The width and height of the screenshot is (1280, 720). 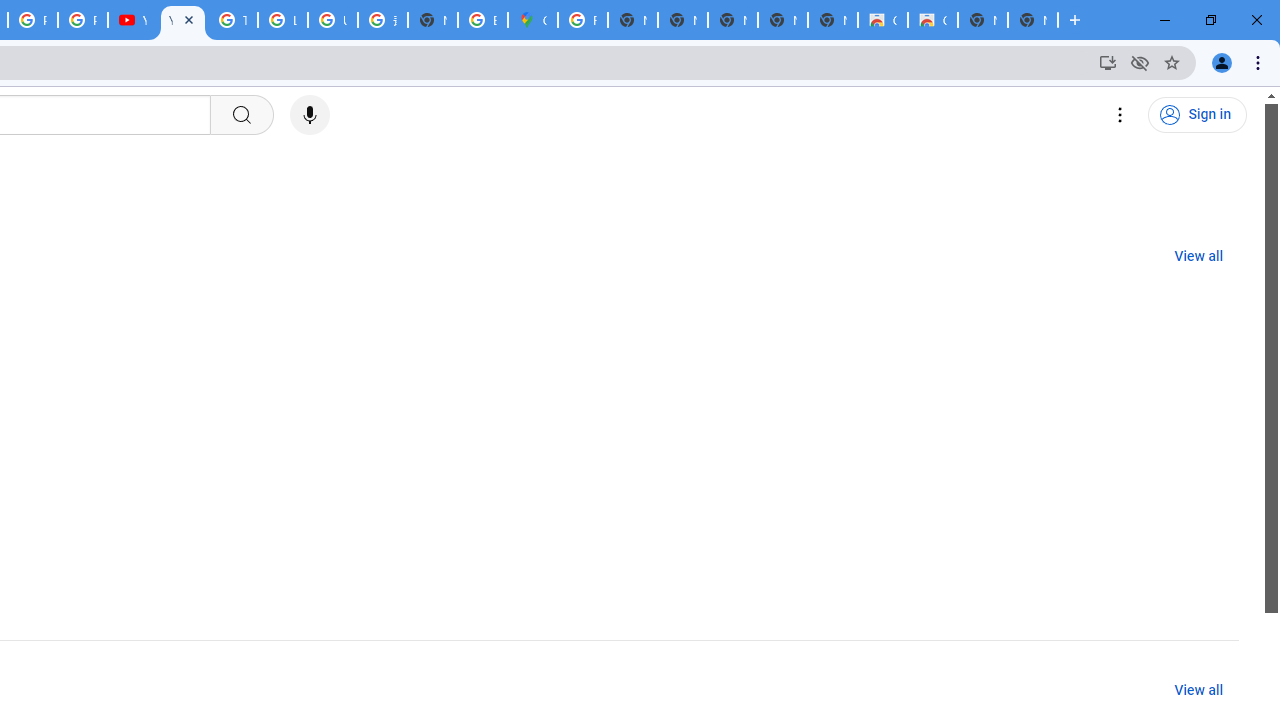 What do you see at coordinates (183, 20) in the screenshot?
I see `'YouTube'` at bounding box center [183, 20].